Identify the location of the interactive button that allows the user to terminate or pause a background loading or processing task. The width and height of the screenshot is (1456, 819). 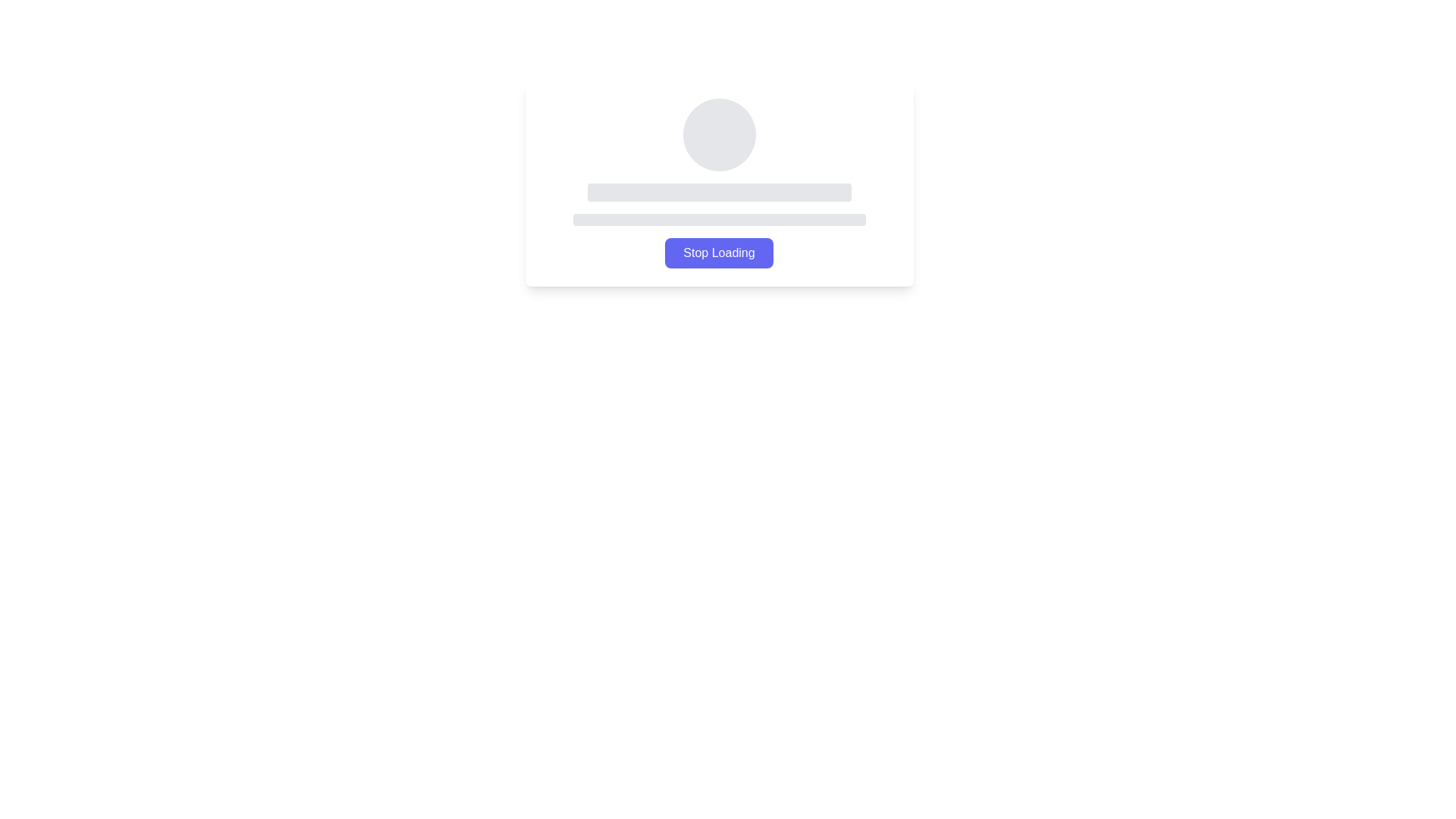
(718, 253).